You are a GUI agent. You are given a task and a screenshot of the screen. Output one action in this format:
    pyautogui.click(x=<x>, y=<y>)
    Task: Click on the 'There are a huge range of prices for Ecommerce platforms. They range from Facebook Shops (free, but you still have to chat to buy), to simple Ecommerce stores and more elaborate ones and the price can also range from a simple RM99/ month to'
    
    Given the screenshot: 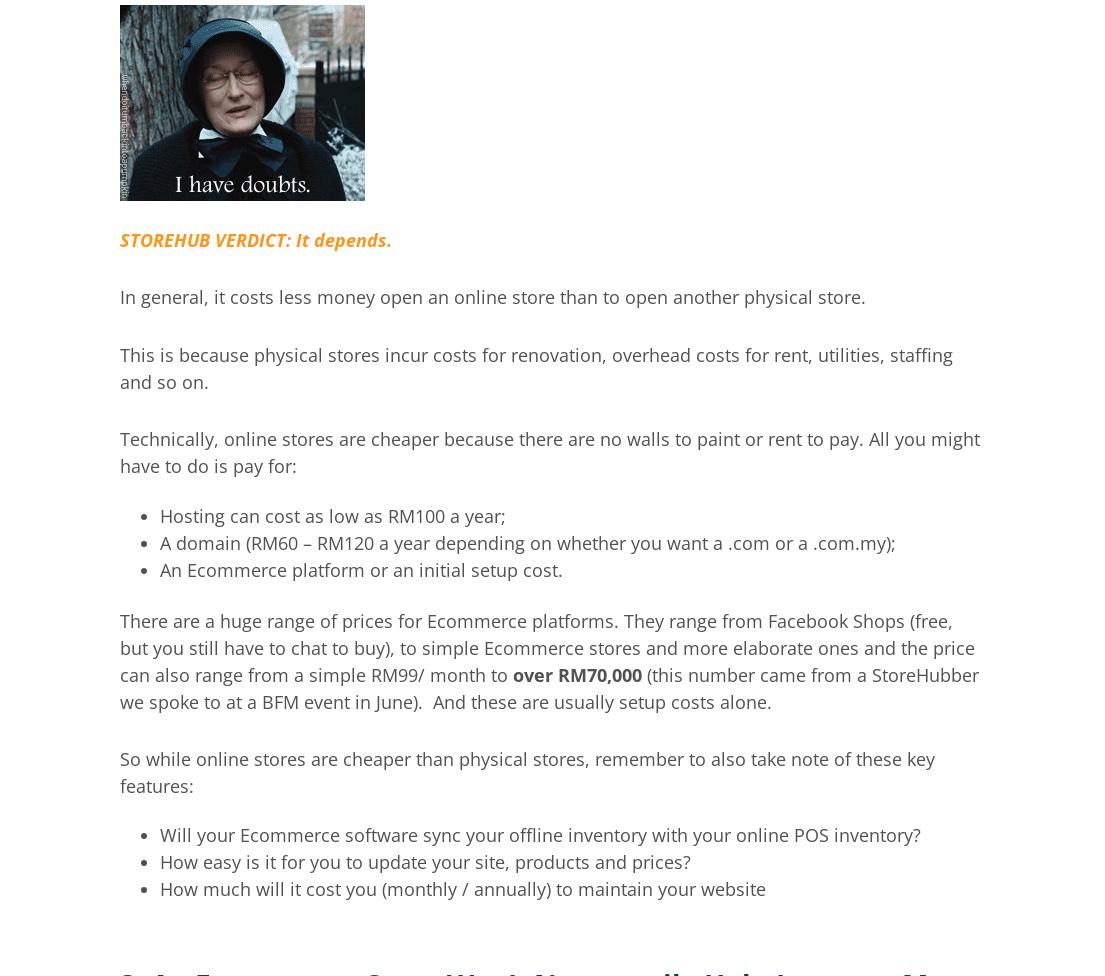 What is the action you would take?
    pyautogui.click(x=546, y=645)
    